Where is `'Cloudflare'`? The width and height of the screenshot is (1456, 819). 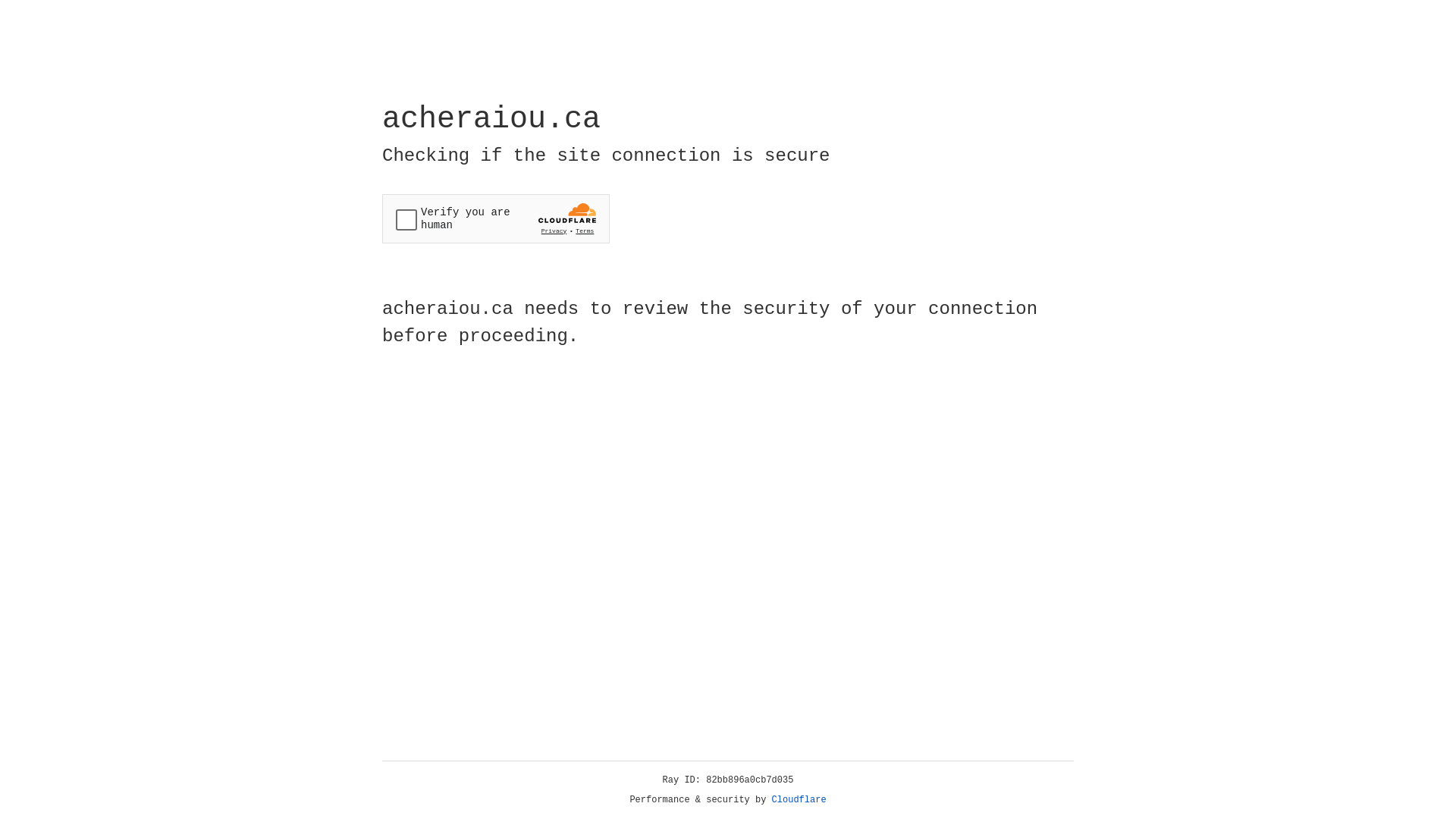
'Cloudflare' is located at coordinates (799, 799).